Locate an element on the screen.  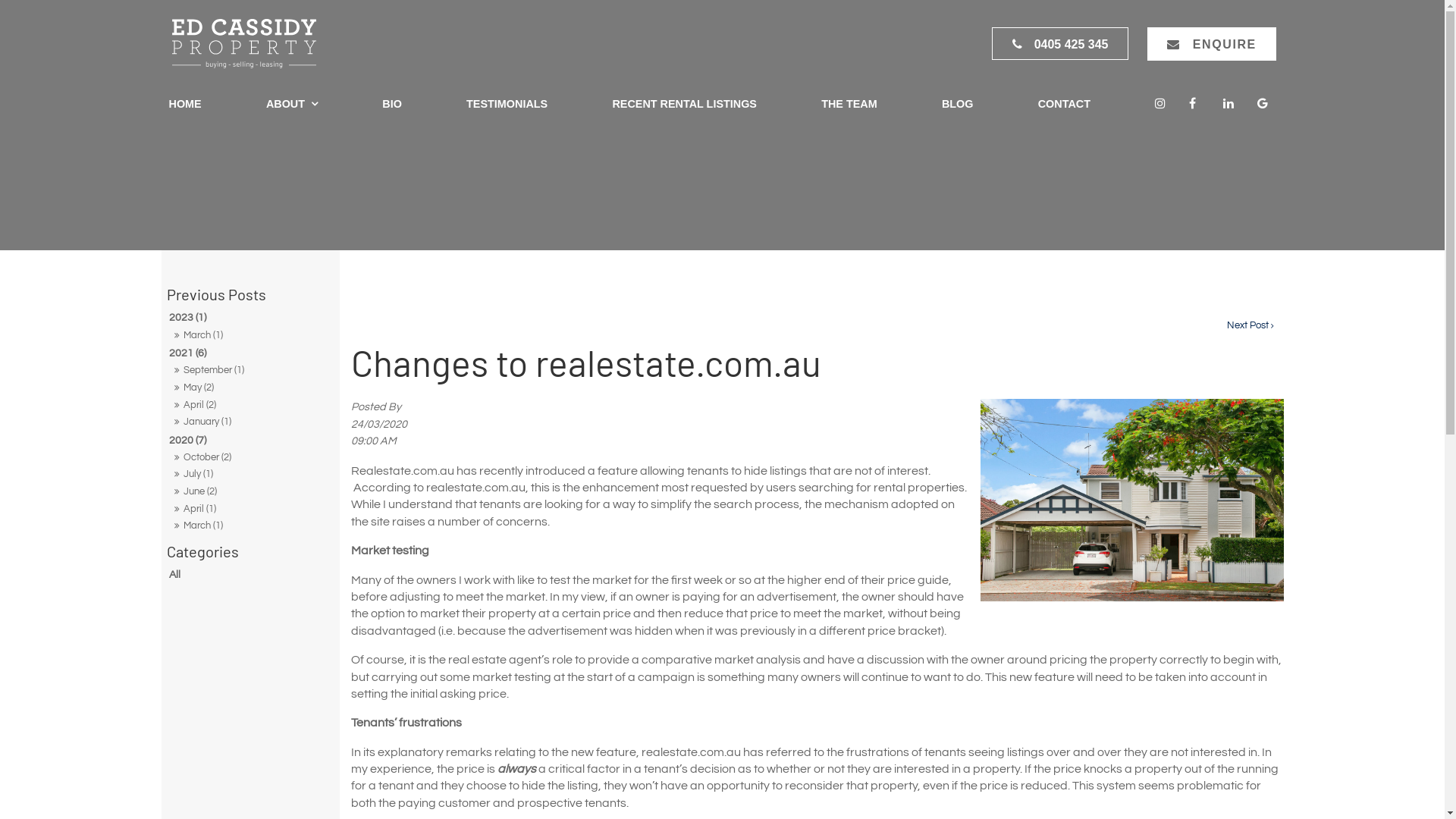
'2023 (1)' is located at coordinates (167, 316).